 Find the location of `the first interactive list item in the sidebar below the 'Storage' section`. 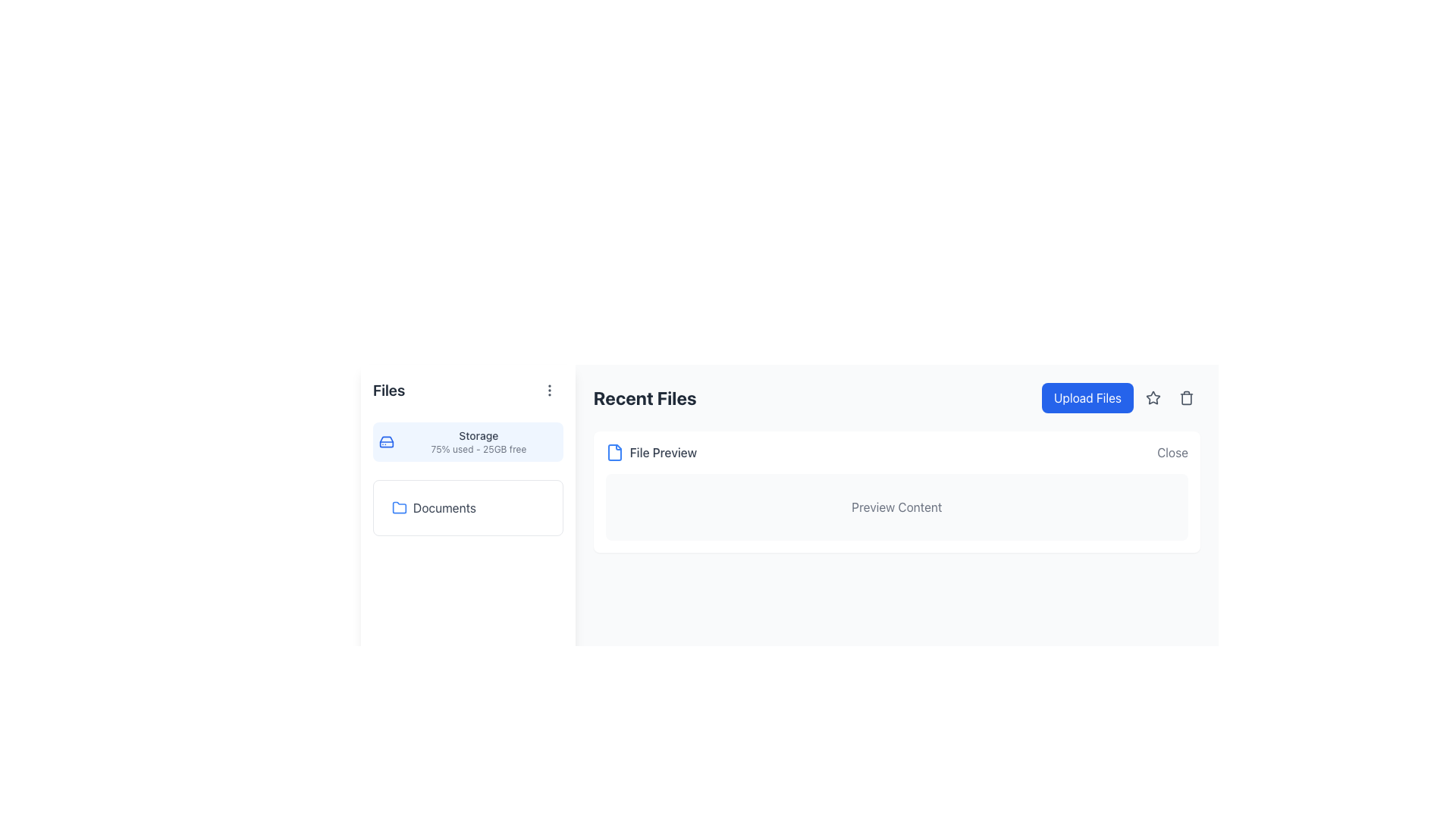

the first interactive list item in the sidebar below the 'Storage' section is located at coordinates (467, 508).